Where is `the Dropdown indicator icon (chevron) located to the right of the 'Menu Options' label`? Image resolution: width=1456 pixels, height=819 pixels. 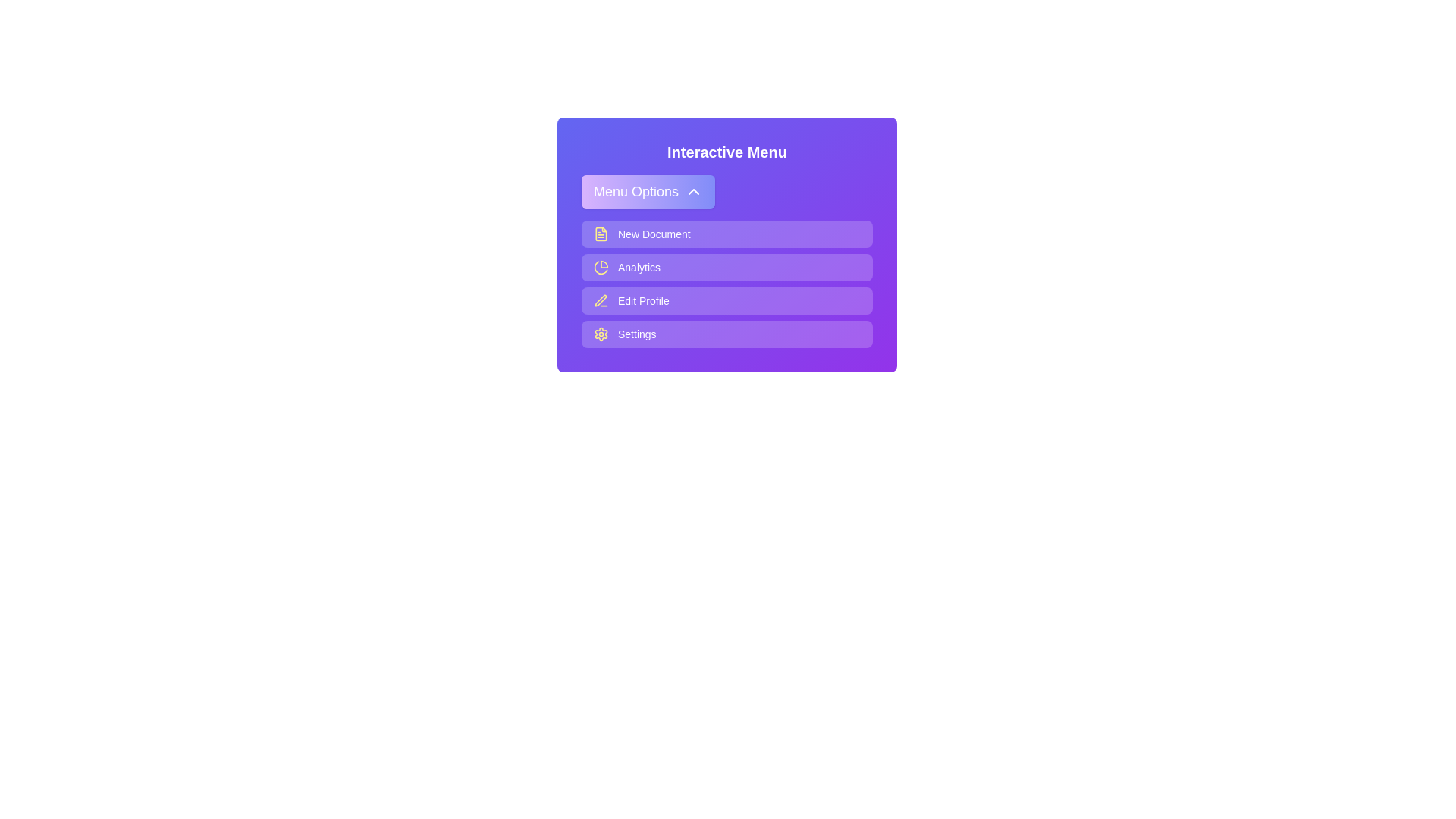
the Dropdown indicator icon (chevron) located to the right of the 'Menu Options' label is located at coordinates (693, 191).